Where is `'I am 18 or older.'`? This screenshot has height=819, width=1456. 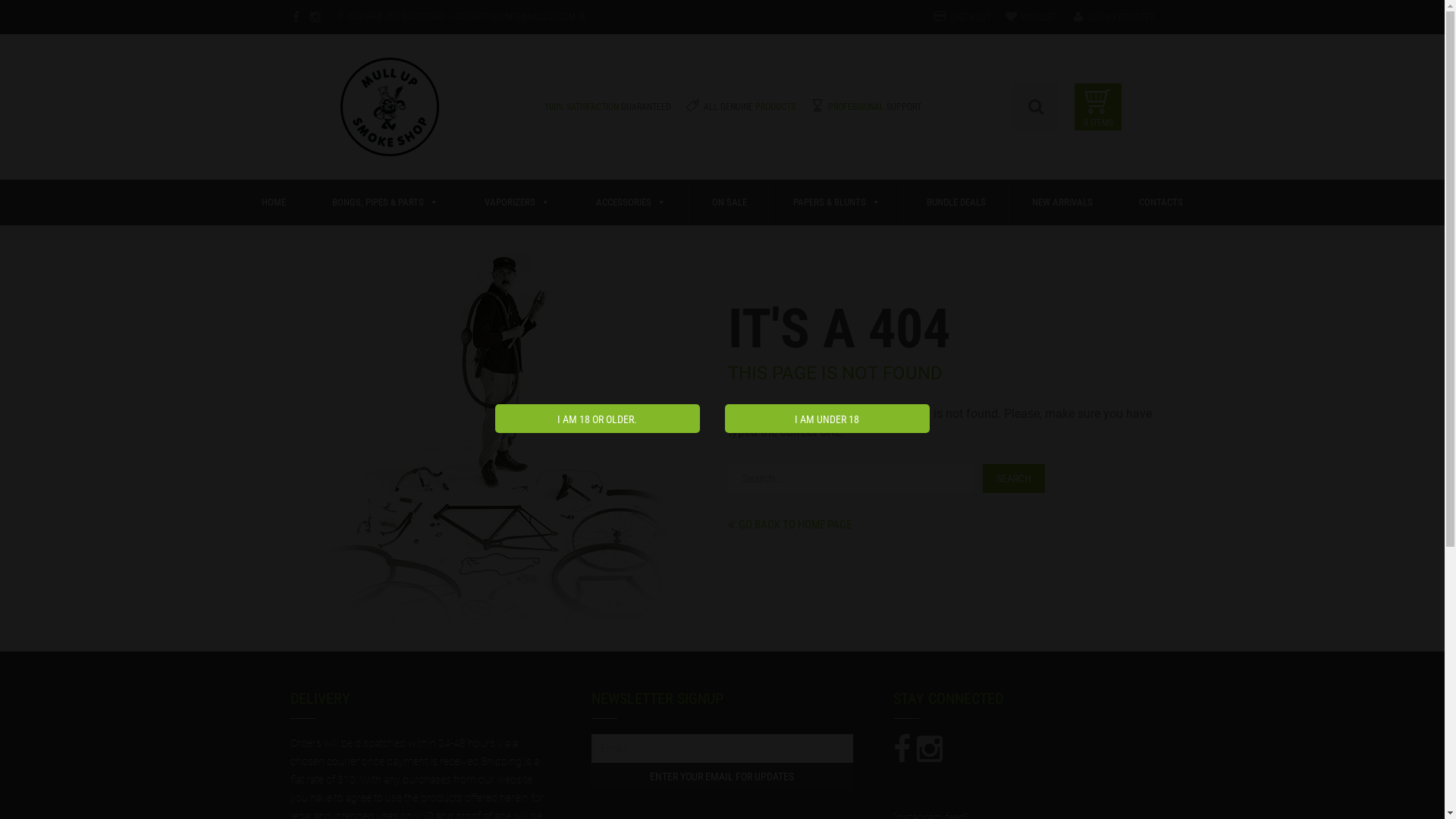
'I am 18 or older.' is located at coordinates (494, 418).